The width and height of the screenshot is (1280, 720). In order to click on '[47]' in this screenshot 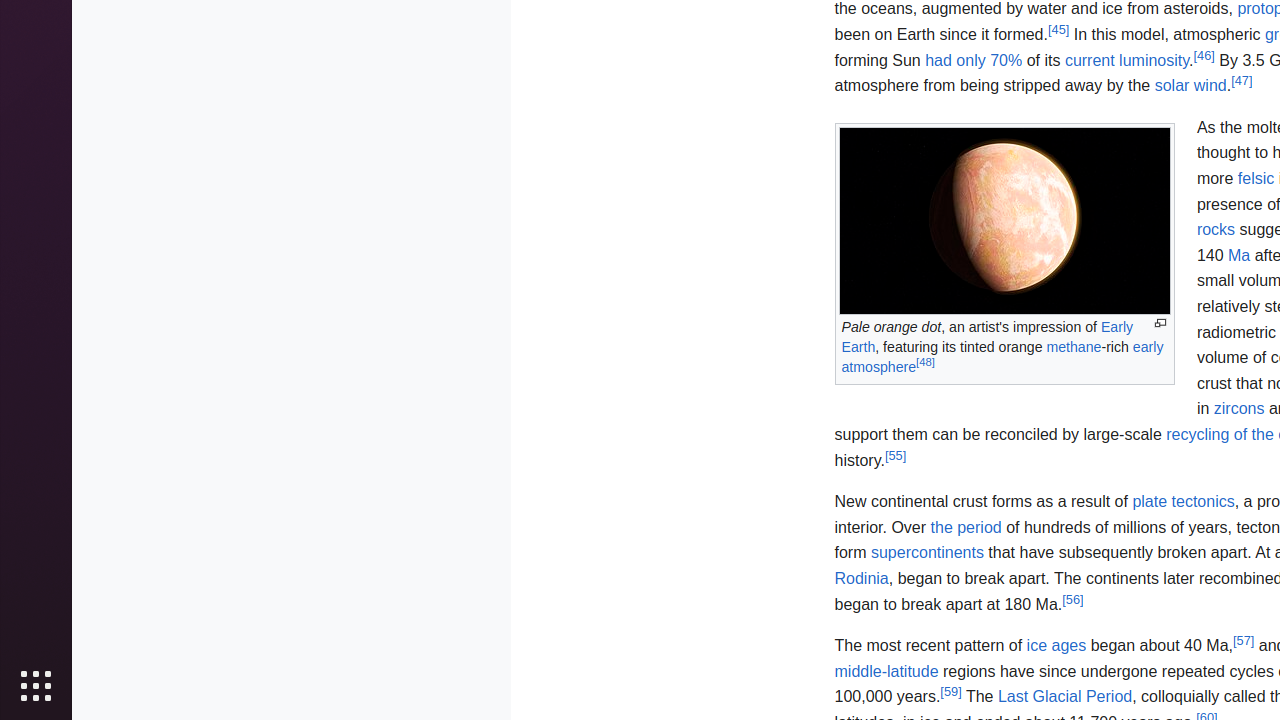, I will do `click(1240, 78)`.